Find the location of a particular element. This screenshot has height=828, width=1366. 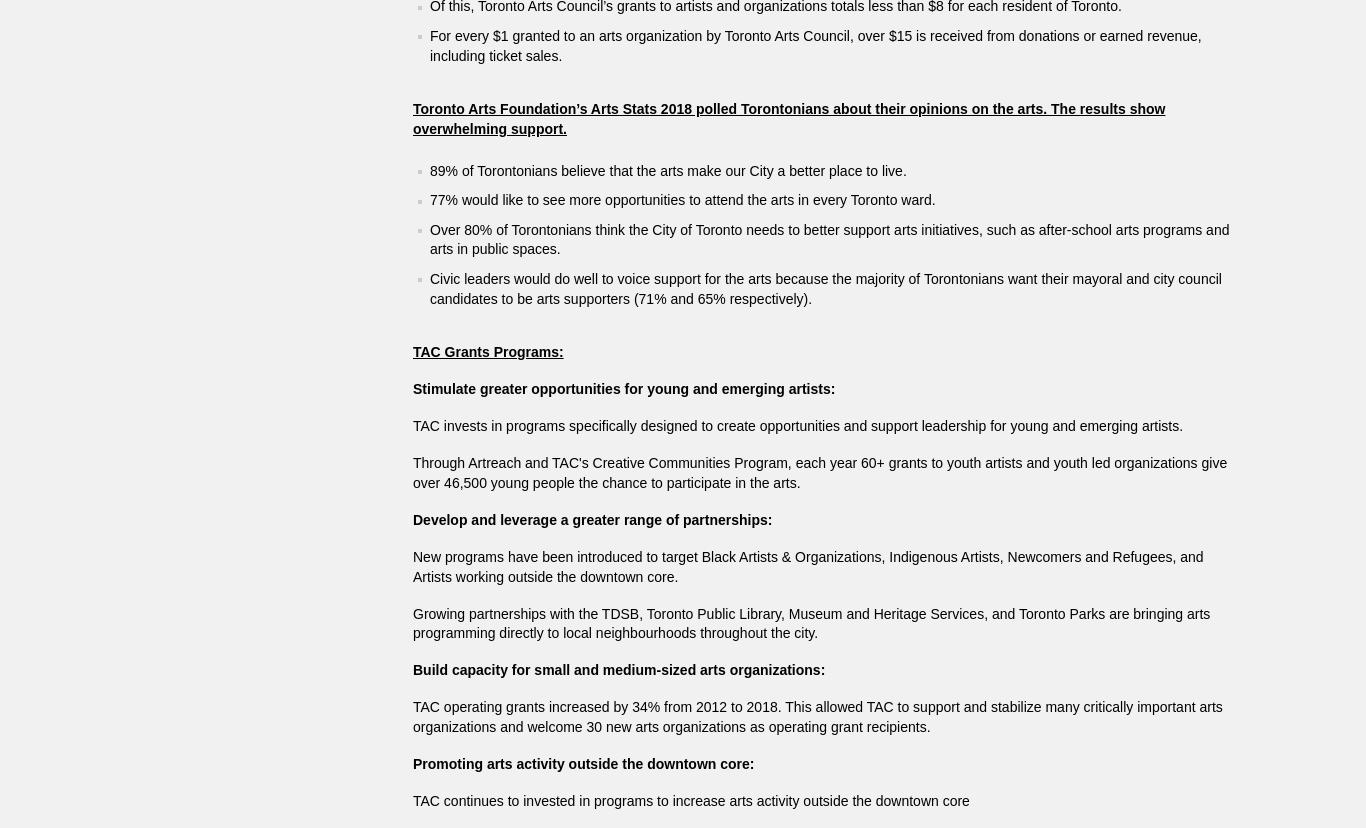

'Civic leaders would do well to voice support for the arts because the majority of Torontonians want their mayoral and city council candidates to be arts supporters (71% and 65% respectively).' is located at coordinates (429, 288).